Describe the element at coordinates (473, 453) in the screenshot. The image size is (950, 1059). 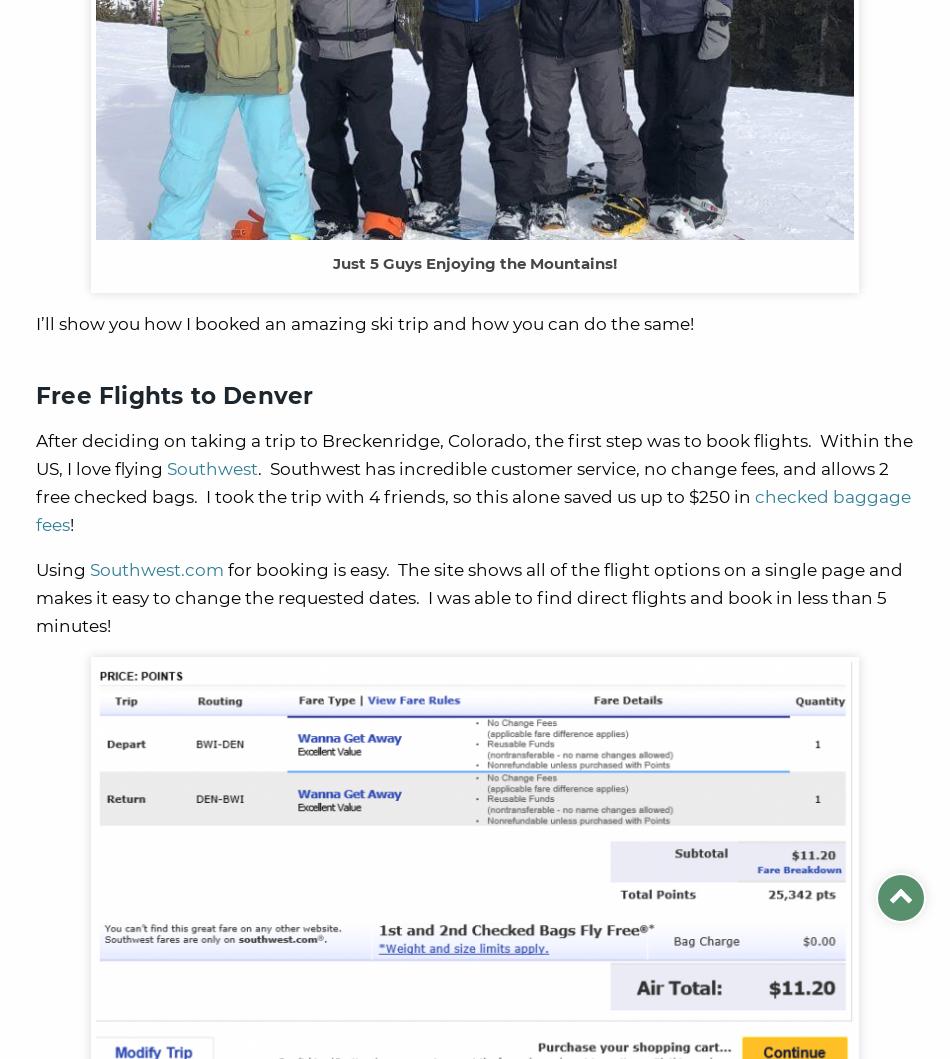
I see `'After deciding on taking a trip to Breckenridge, Colorado, the first step was to book flights.  Within the US, I love flying'` at that location.